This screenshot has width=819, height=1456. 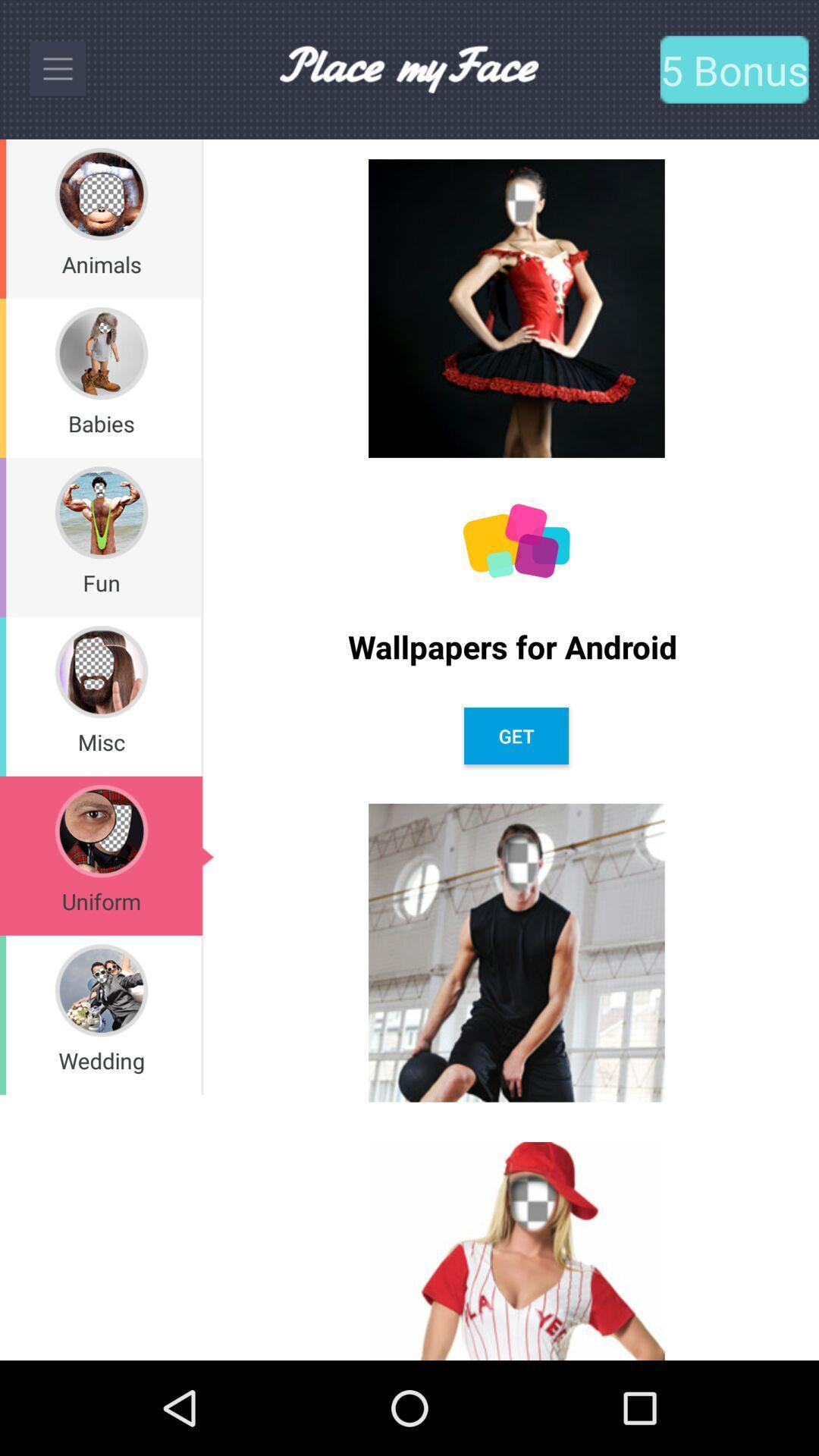 I want to click on background color, so click(x=516, y=541).